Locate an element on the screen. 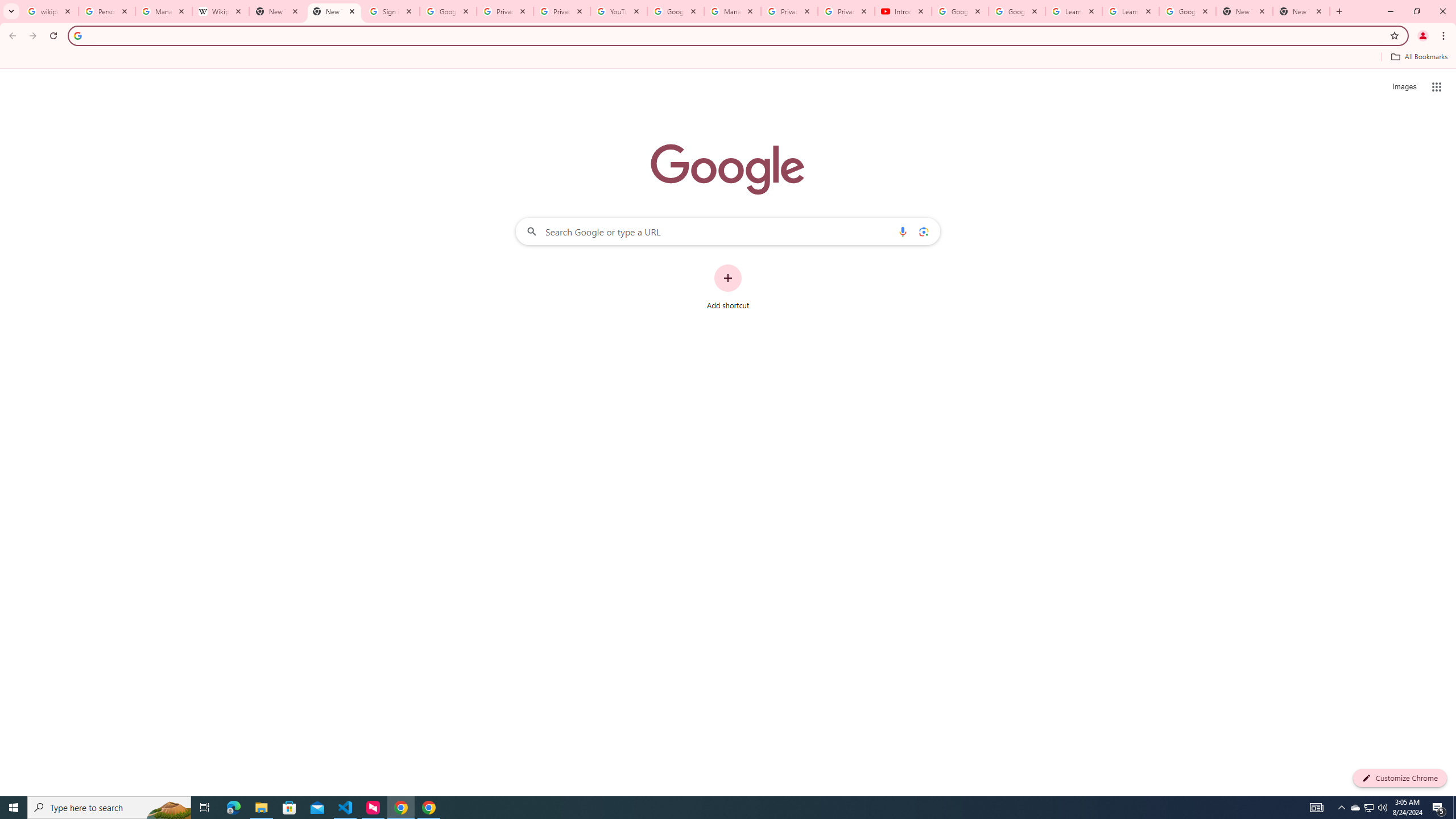 Image resolution: width=1456 pixels, height=819 pixels. 'Wikipedia:Edit requests - Wikipedia' is located at coordinates (221, 11).